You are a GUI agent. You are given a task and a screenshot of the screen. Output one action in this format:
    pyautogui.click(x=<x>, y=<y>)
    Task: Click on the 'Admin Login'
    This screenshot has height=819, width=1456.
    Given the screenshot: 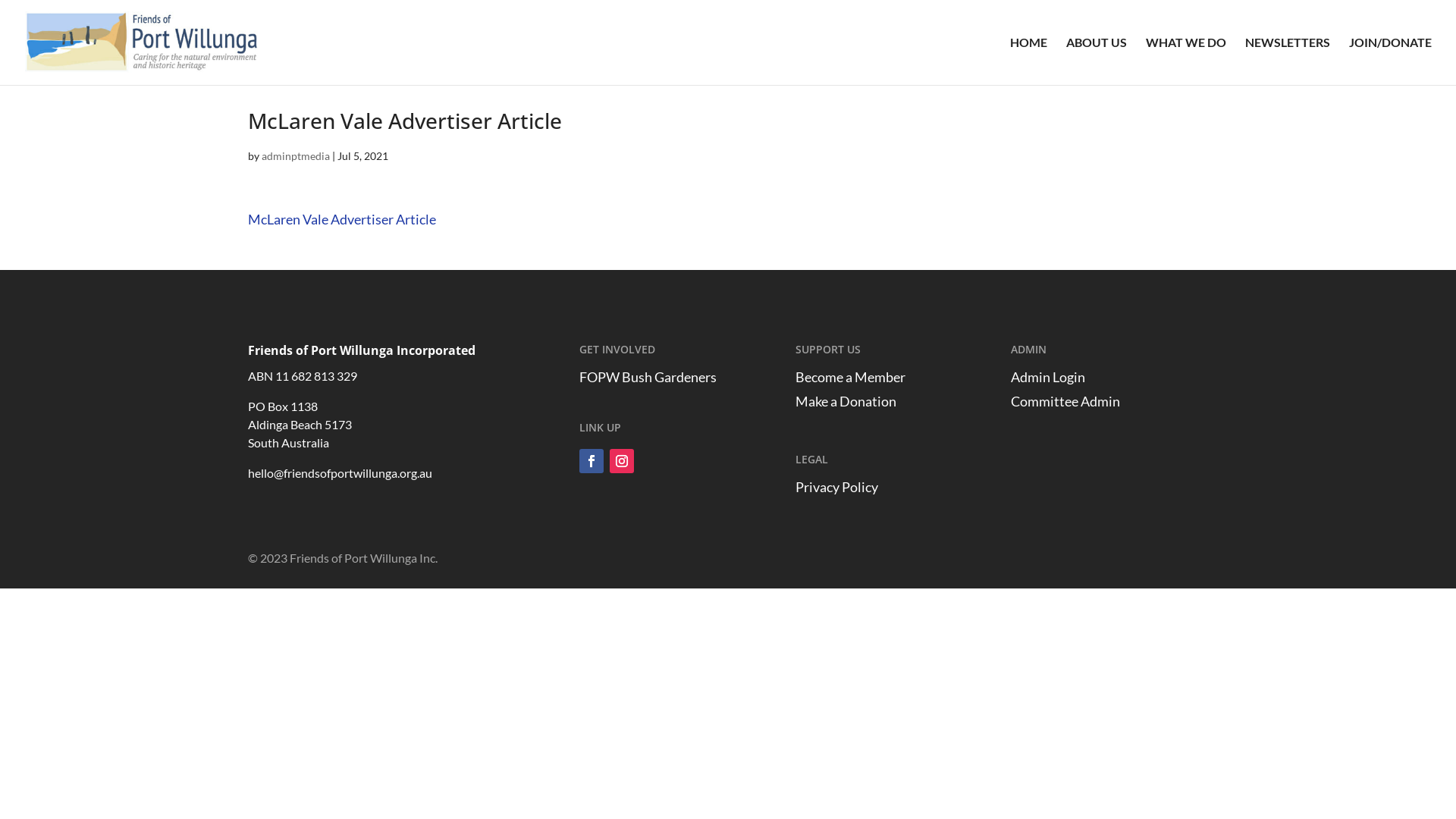 What is the action you would take?
    pyautogui.click(x=1047, y=376)
    